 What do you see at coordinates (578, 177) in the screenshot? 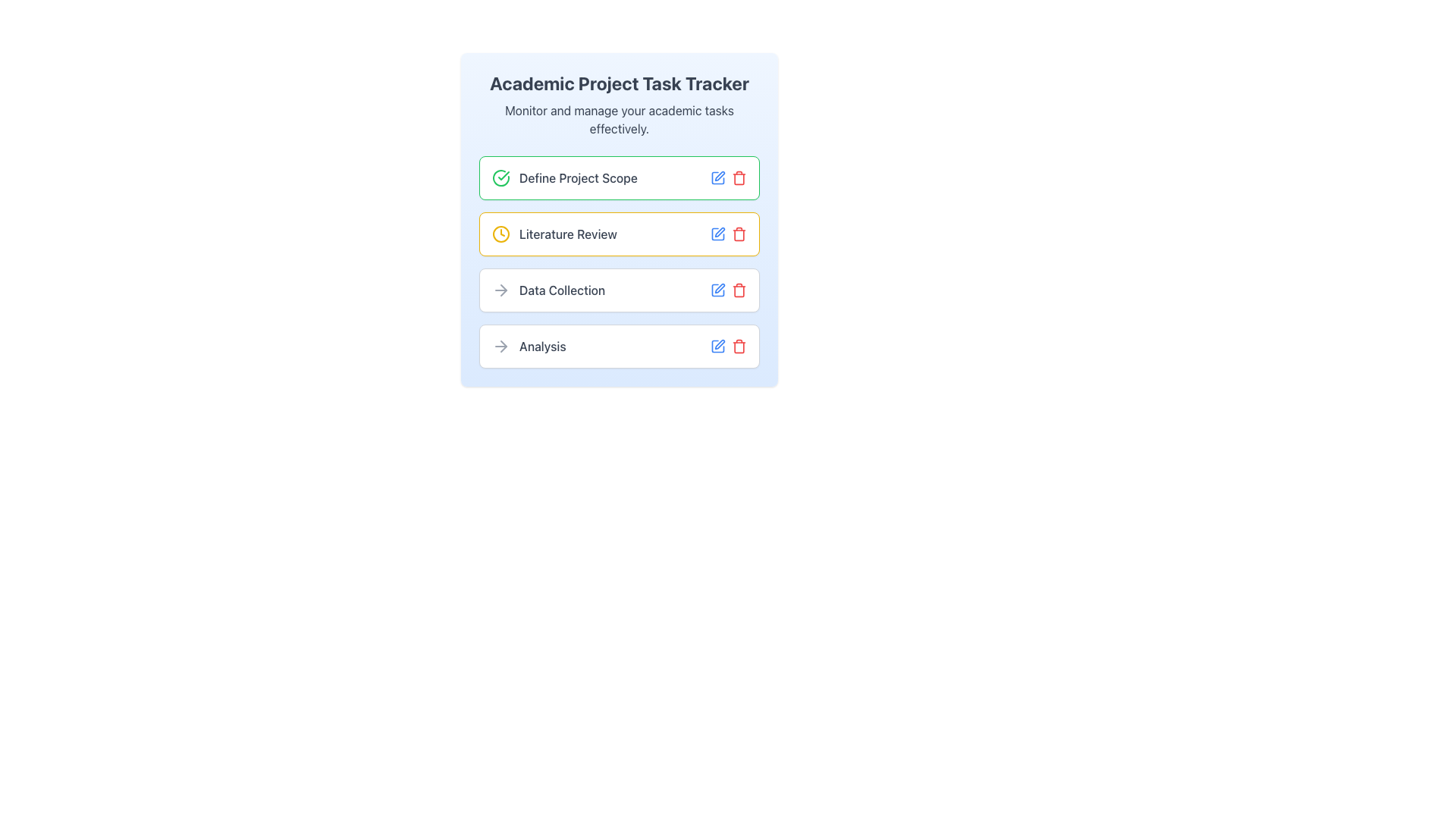
I see `the static text label that identifies the task 'Define Project Scope', which is located directly to the right of a green circular checkmark icon in the first row of the task list` at bounding box center [578, 177].